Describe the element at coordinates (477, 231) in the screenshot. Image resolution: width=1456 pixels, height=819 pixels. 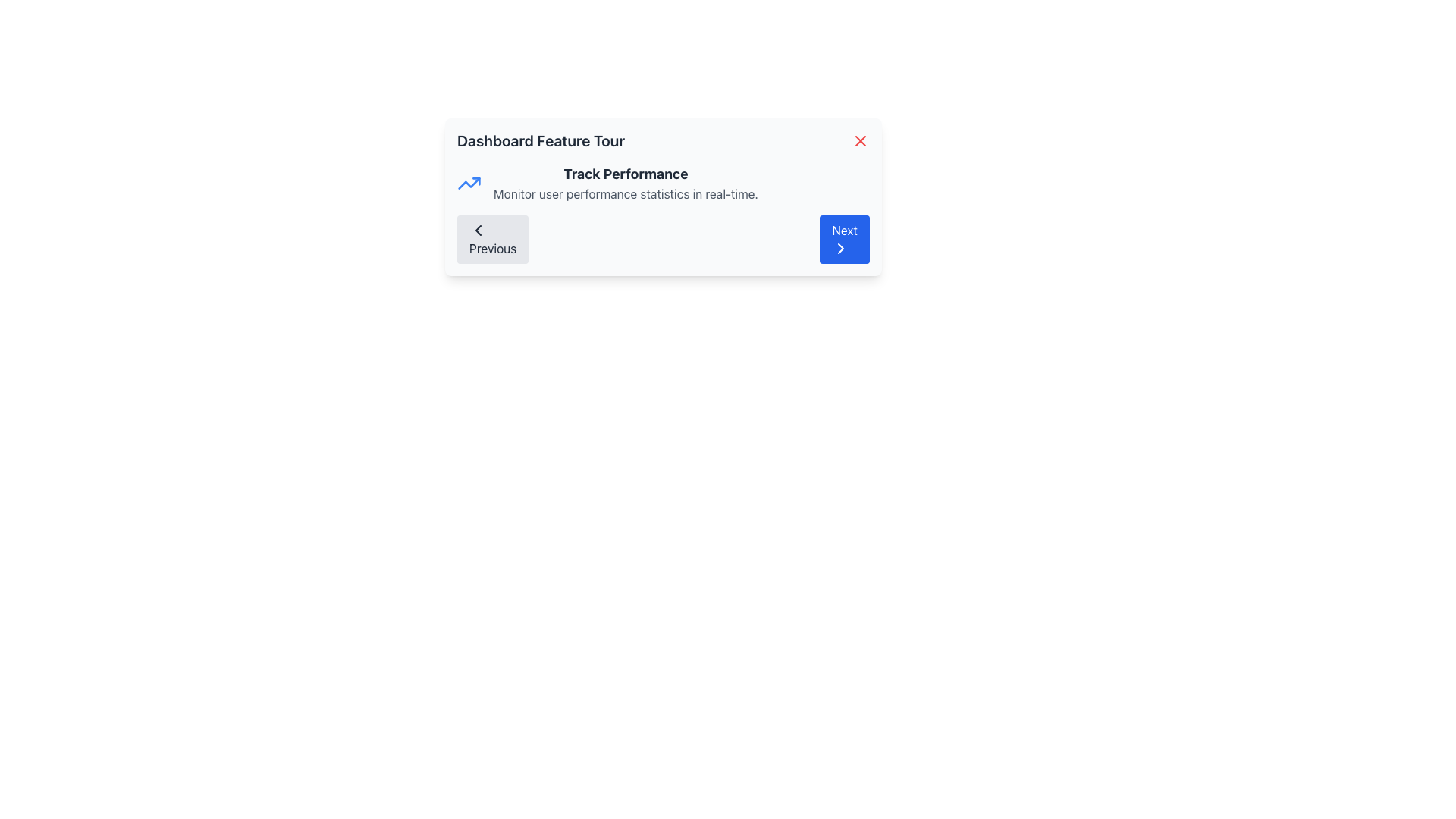
I see `the left-pointing chevron icon within the 'Previous' button` at that location.